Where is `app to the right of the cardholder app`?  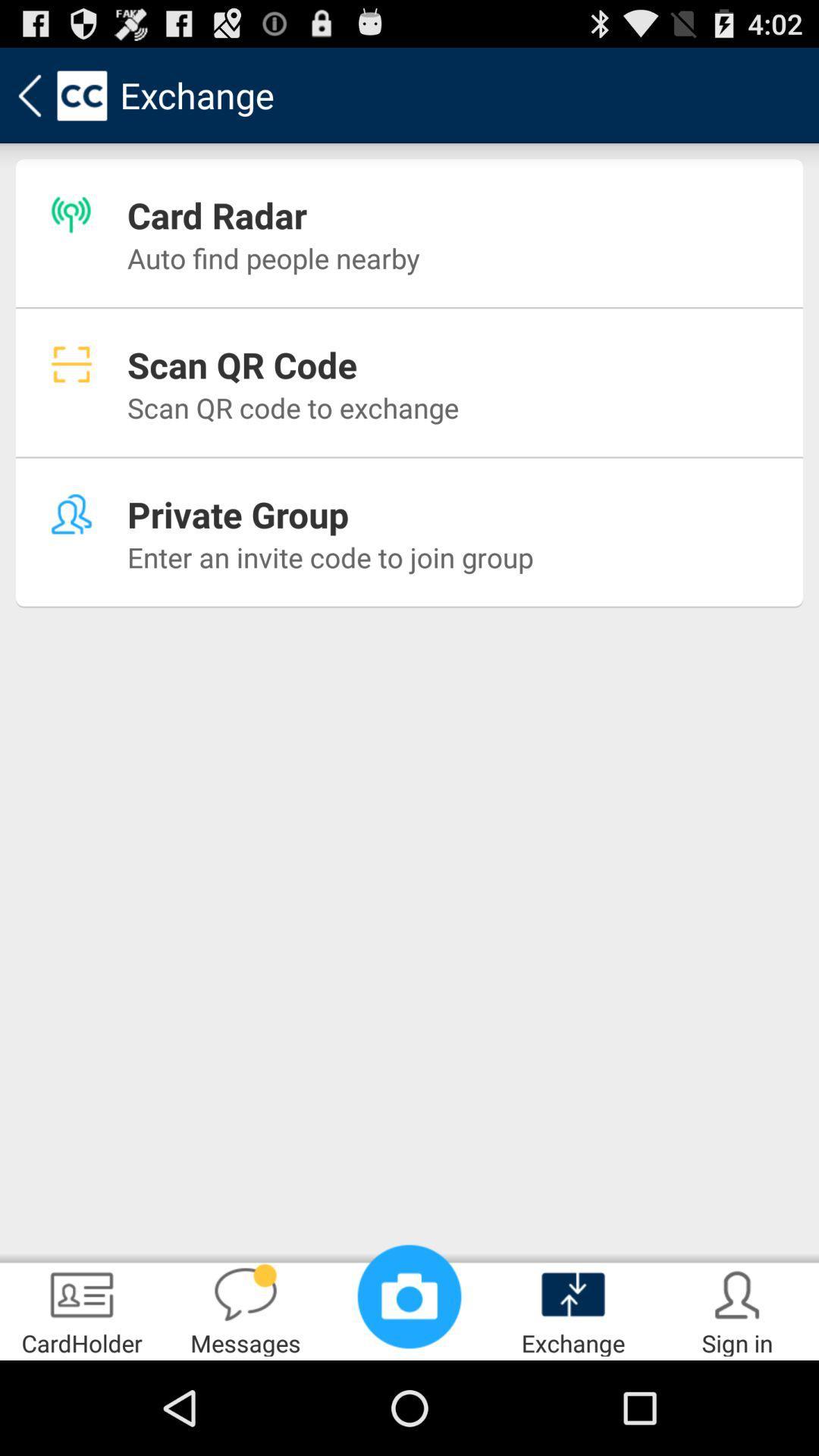
app to the right of the cardholder app is located at coordinates (245, 1309).